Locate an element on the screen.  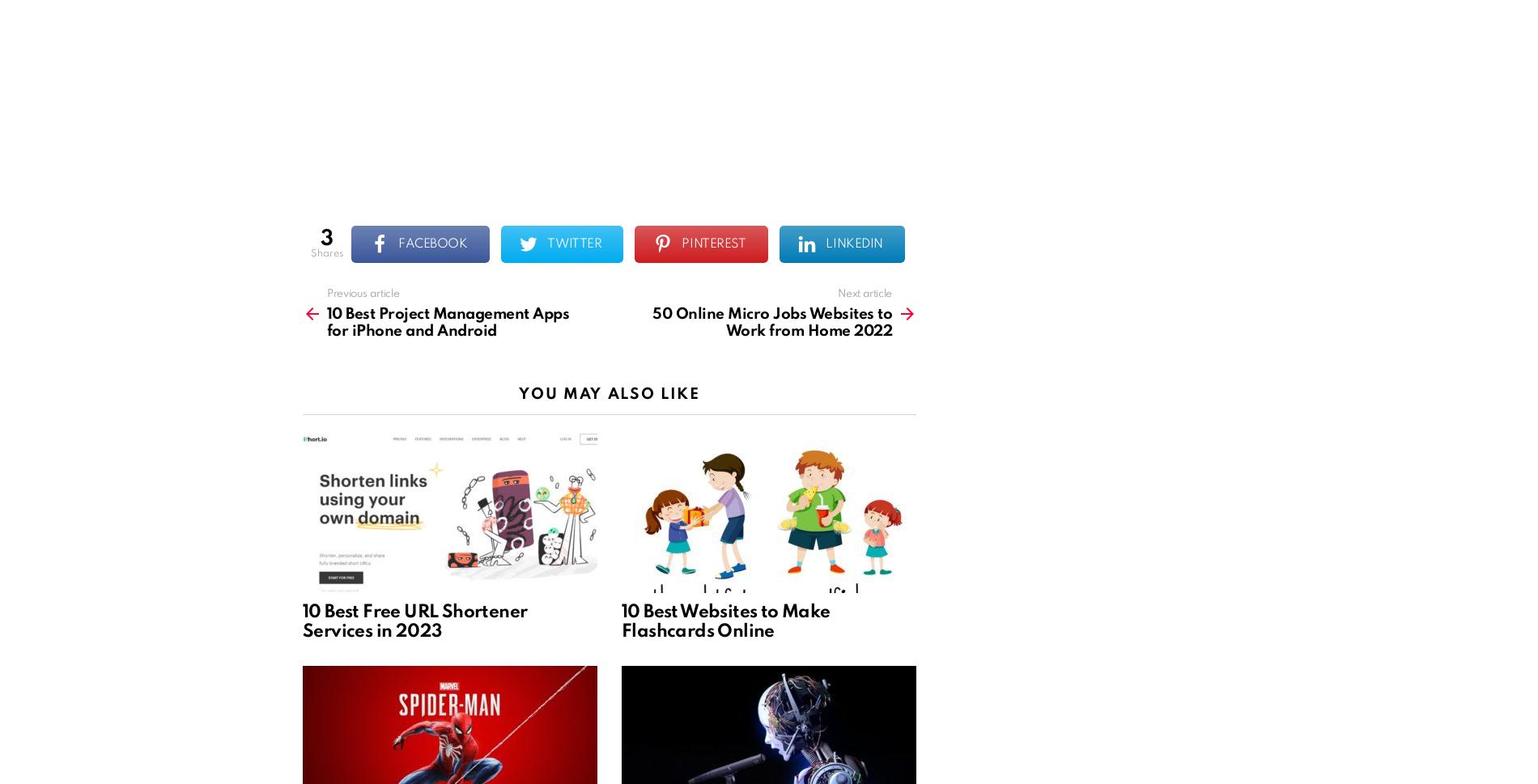
'50 Online Micro Jobs Websites to Work from Home 2022' is located at coordinates (771, 322).